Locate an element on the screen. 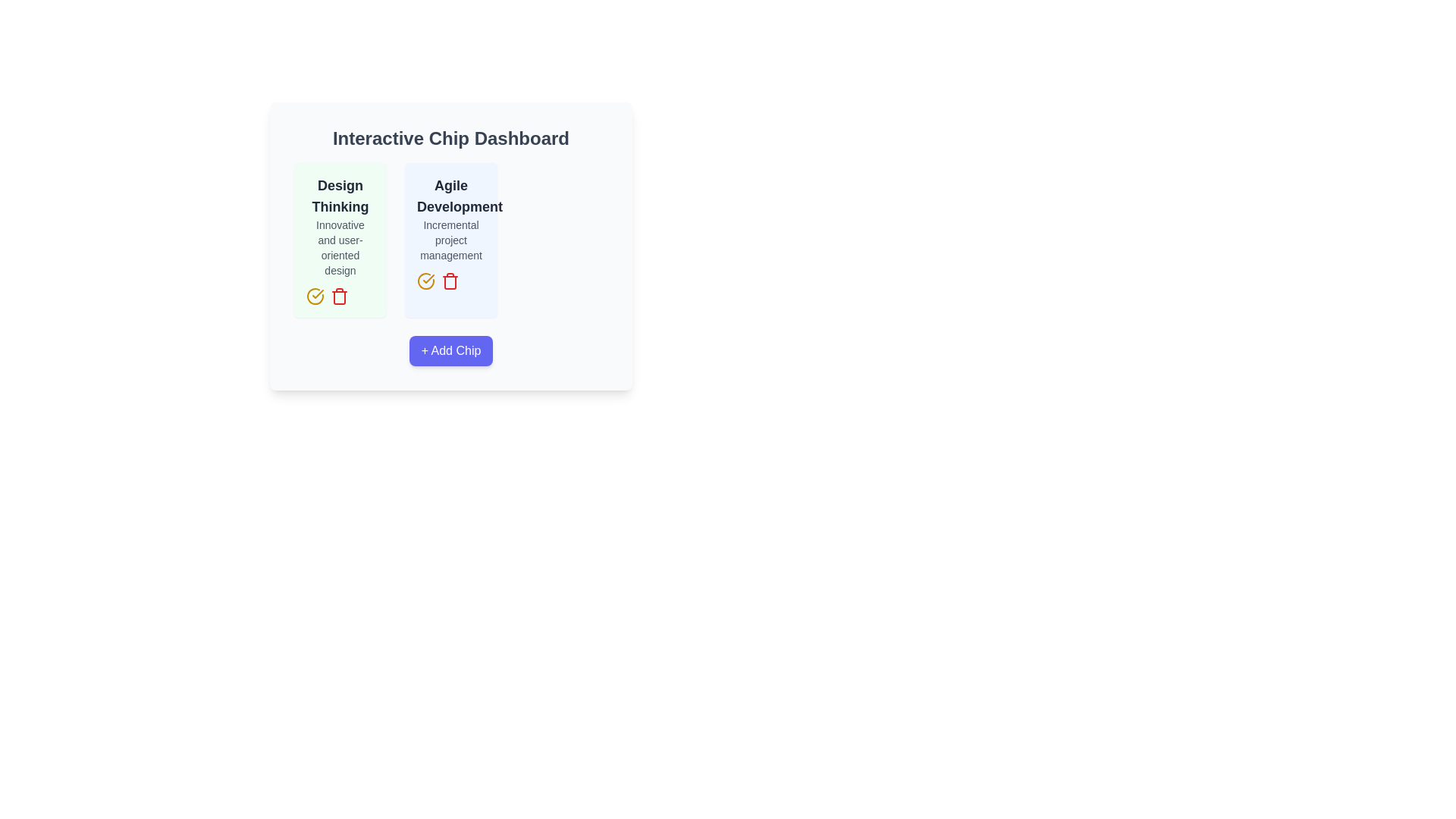 The height and width of the screenshot is (819, 1456). the first icon representing a selectable status or confirmation action in the 'Agile Development' section located at the bottom left corner of the right tile is located at coordinates (425, 281).